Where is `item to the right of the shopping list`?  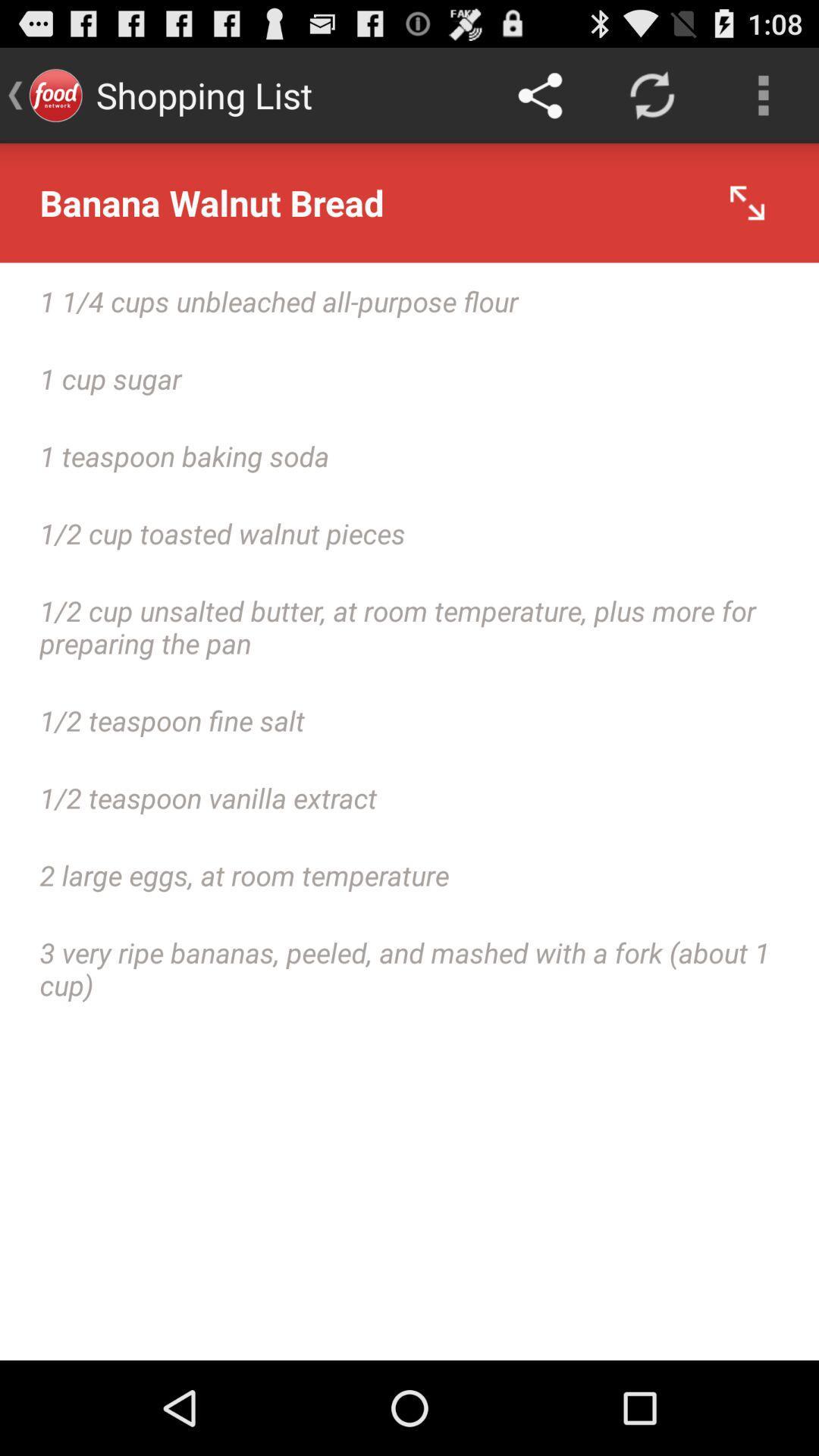
item to the right of the shopping list is located at coordinates (539, 94).